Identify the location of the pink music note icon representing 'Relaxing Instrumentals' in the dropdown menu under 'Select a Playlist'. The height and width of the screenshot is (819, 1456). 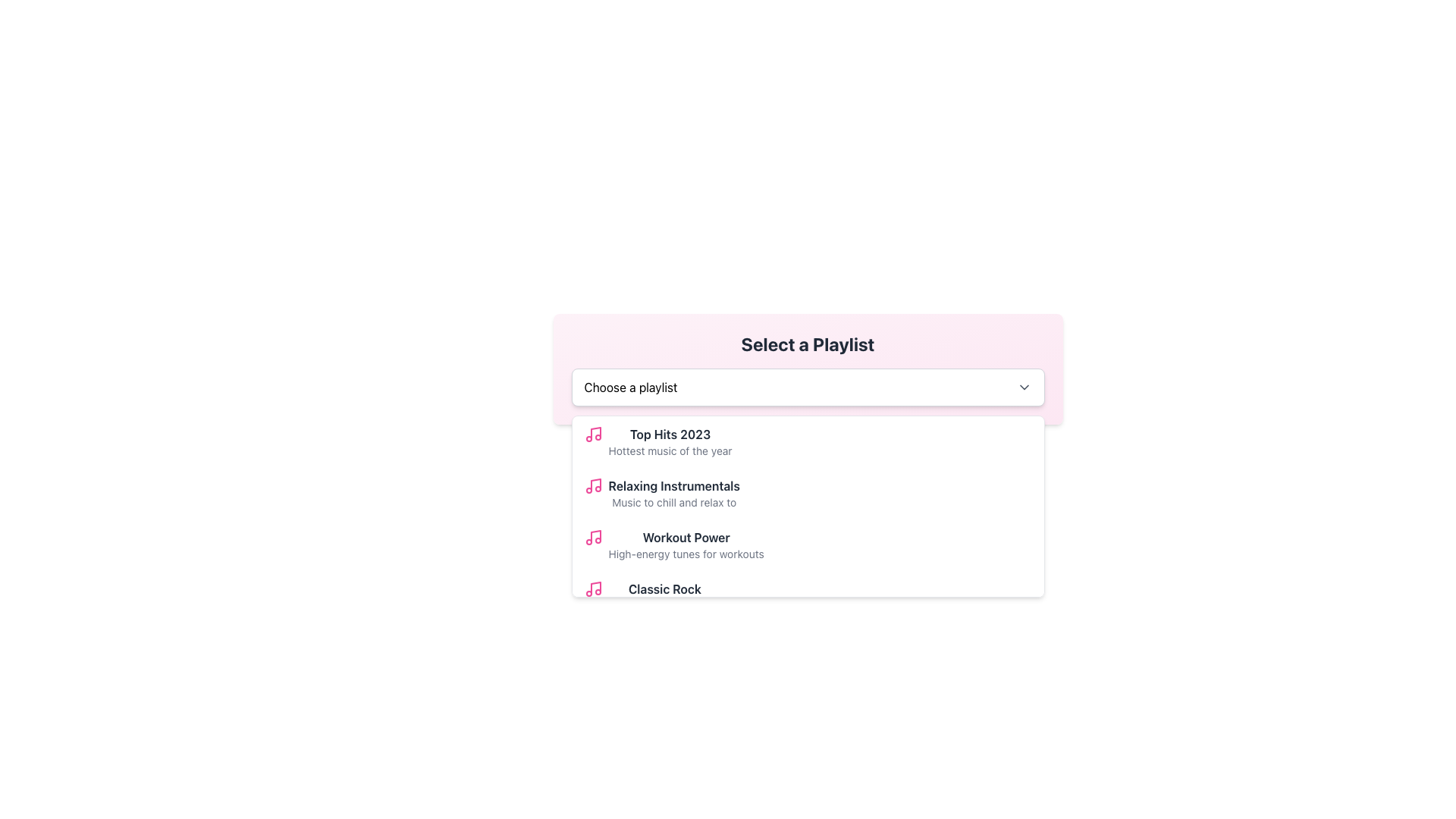
(592, 485).